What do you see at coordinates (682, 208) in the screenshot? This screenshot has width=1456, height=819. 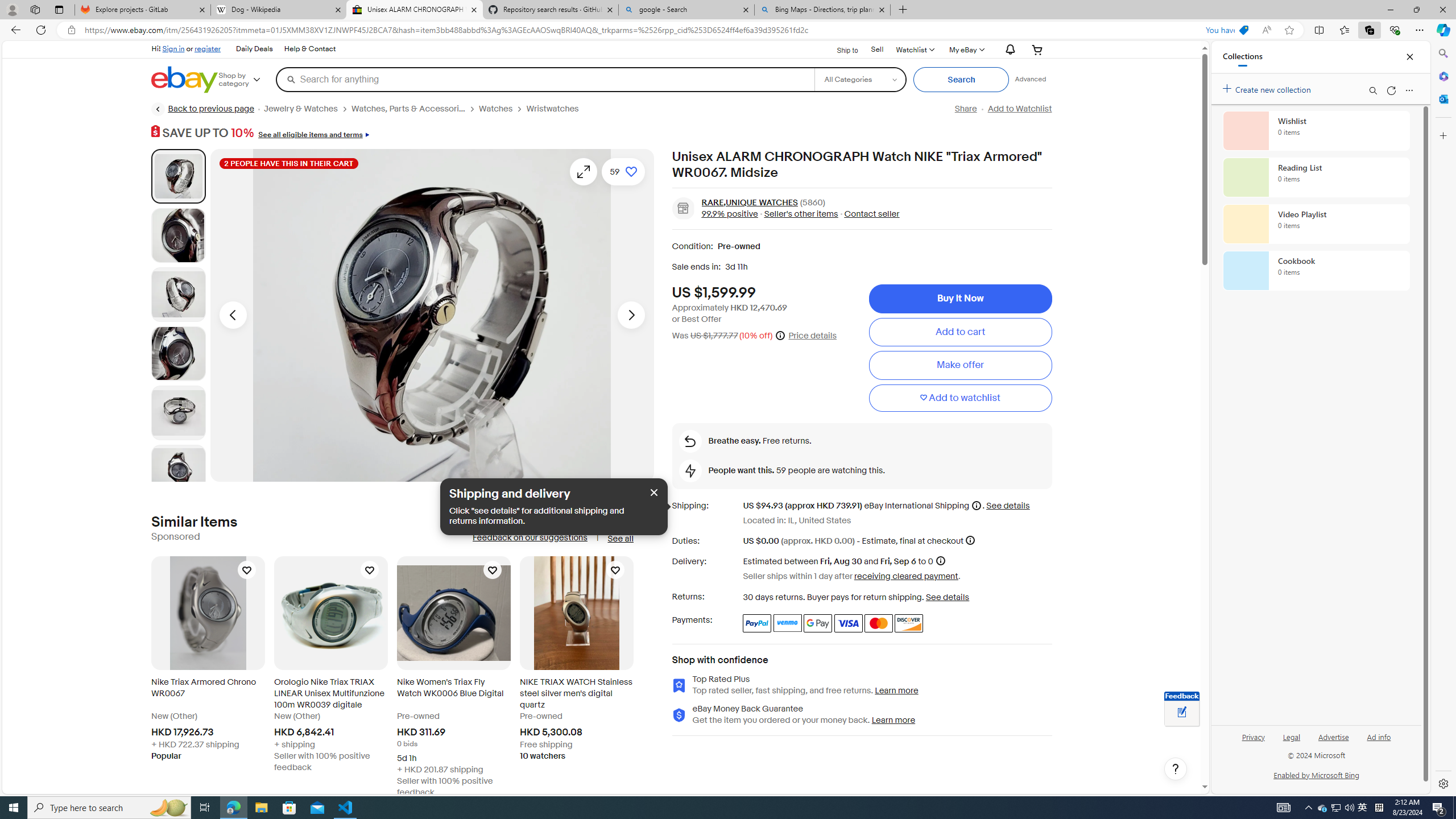 I see `'Class: ux-action'` at bounding box center [682, 208].